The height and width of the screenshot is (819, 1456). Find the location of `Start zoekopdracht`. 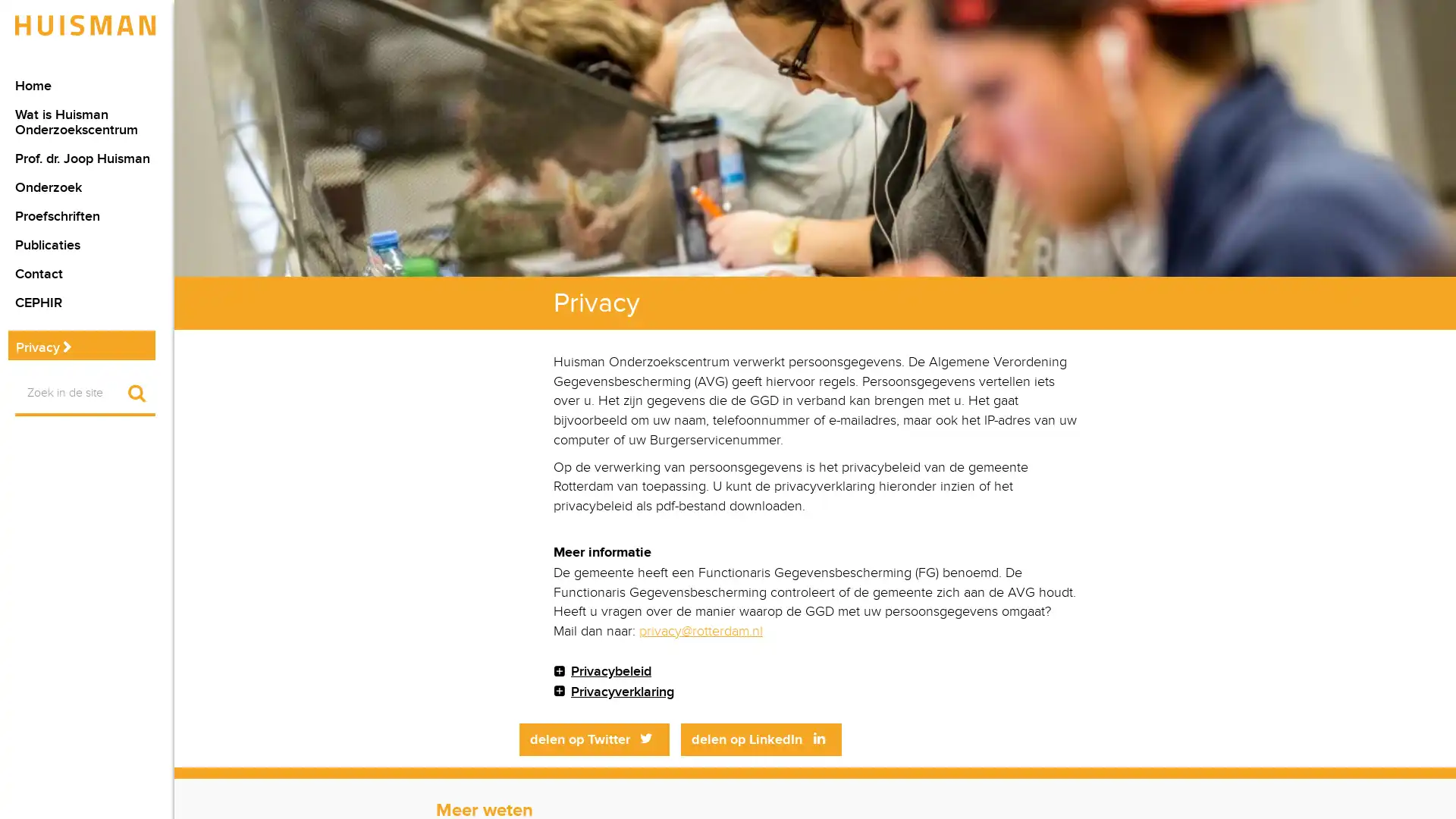

Start zoekopdracht is located at coordinates (136, 394).